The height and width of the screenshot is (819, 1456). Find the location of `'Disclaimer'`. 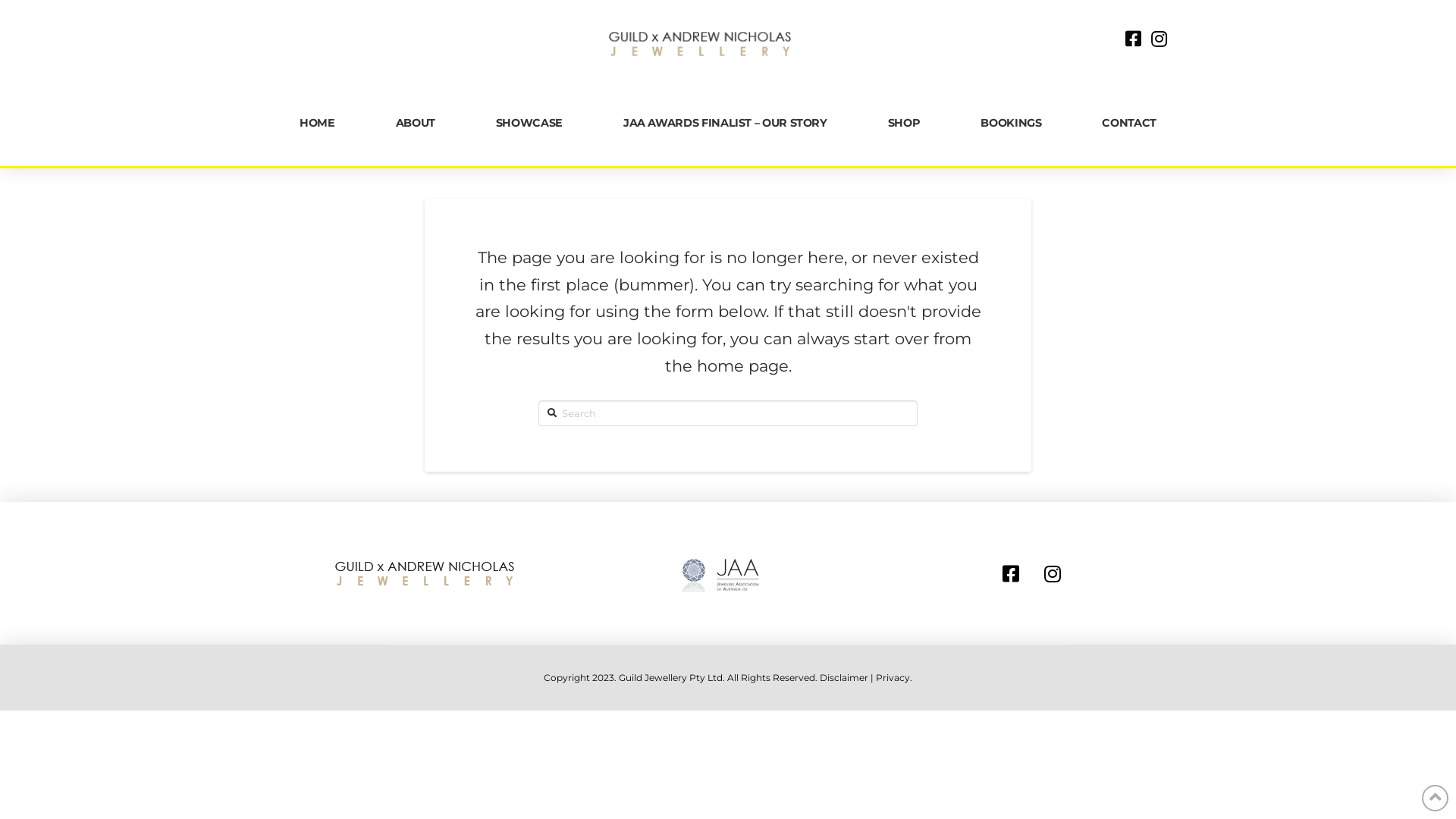

'Disclaimer' is located at coordinates (818, 676).